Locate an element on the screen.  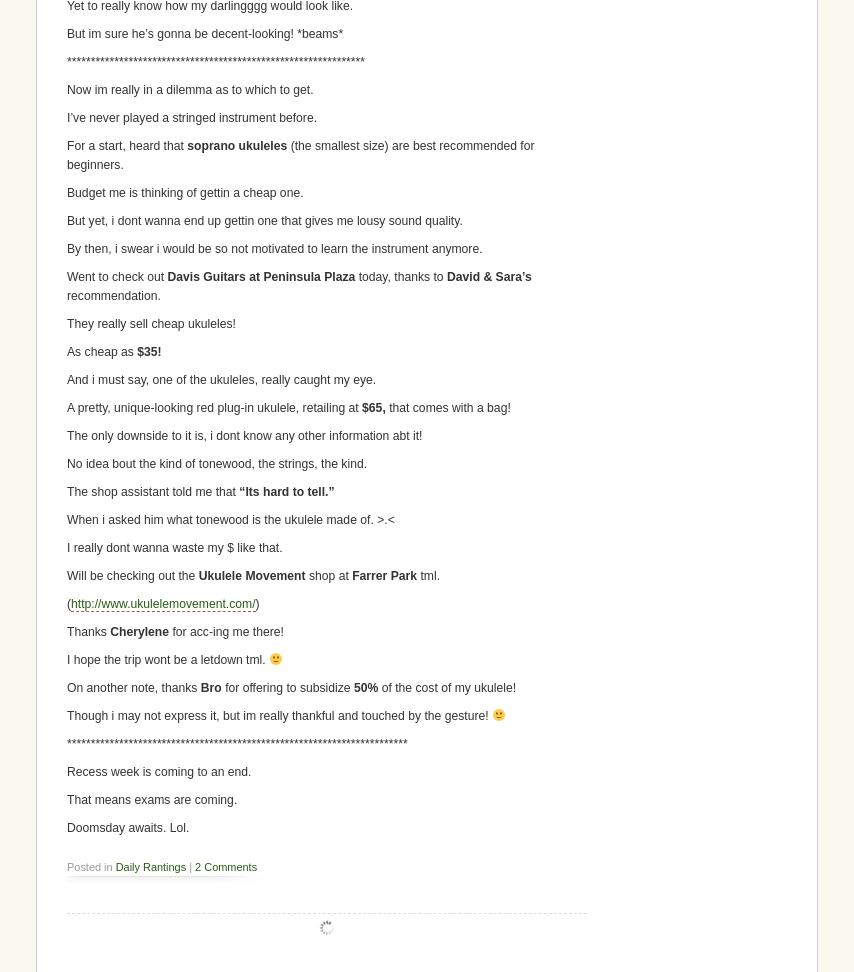
'for acc-ing me there!' is located at coordinates (225, 631).